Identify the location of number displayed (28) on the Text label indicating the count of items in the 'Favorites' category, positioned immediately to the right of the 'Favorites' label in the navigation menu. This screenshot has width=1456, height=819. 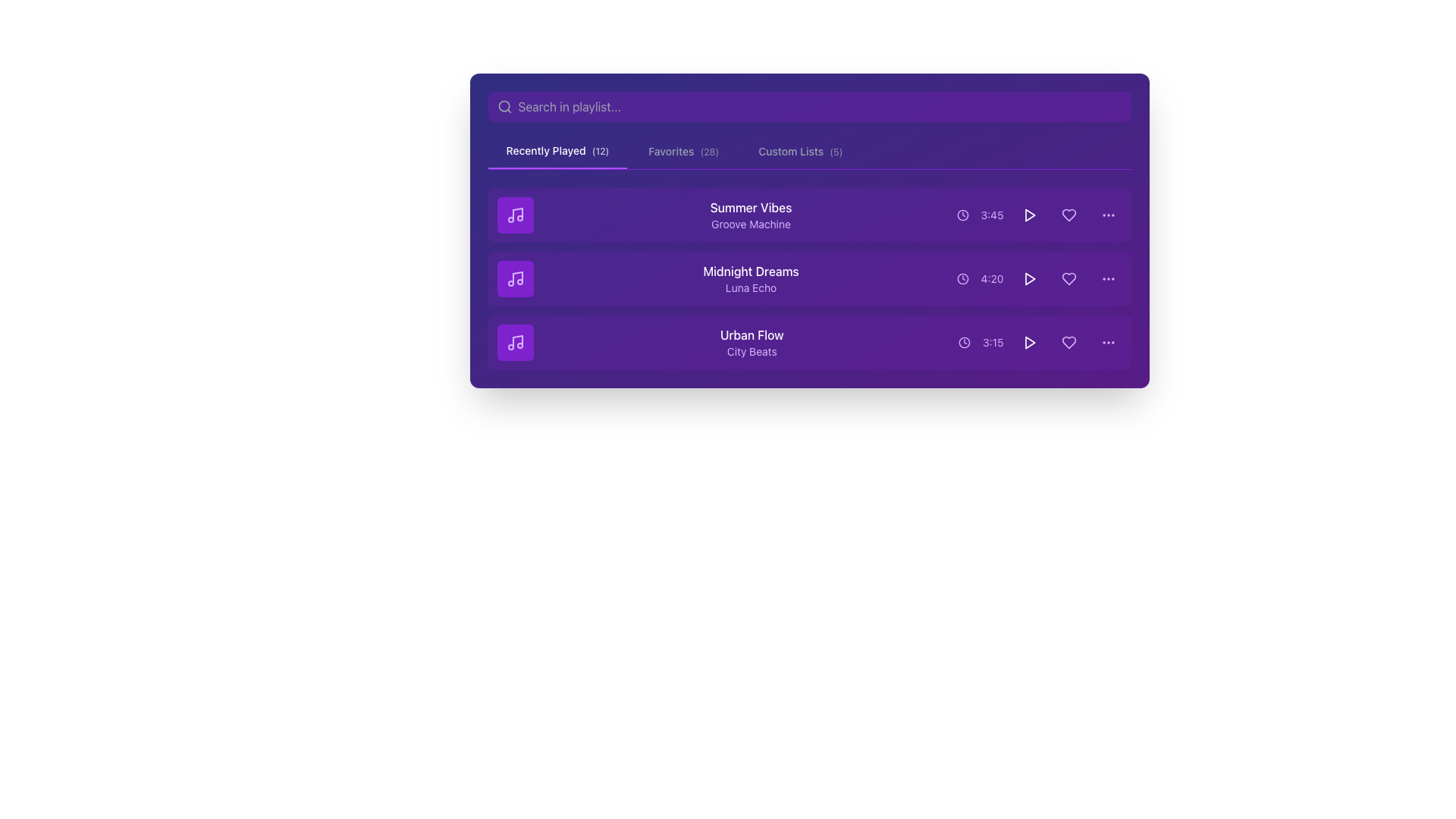
(708, 152).